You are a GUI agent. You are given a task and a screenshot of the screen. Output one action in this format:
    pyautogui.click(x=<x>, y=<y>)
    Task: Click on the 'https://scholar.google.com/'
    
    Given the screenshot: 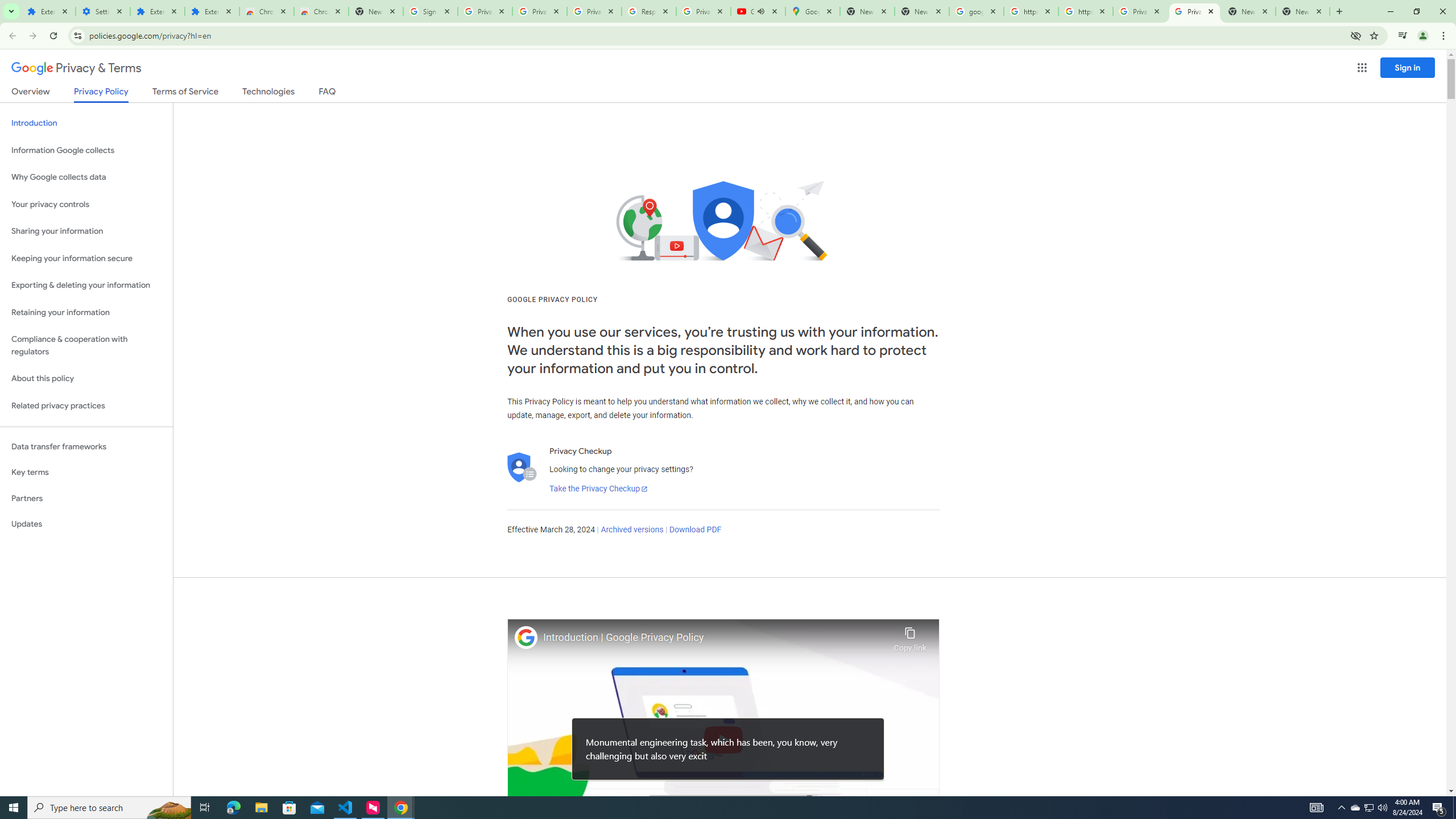 What is the action you would take?
    pyautogui.click(x=1030, y=11)
    